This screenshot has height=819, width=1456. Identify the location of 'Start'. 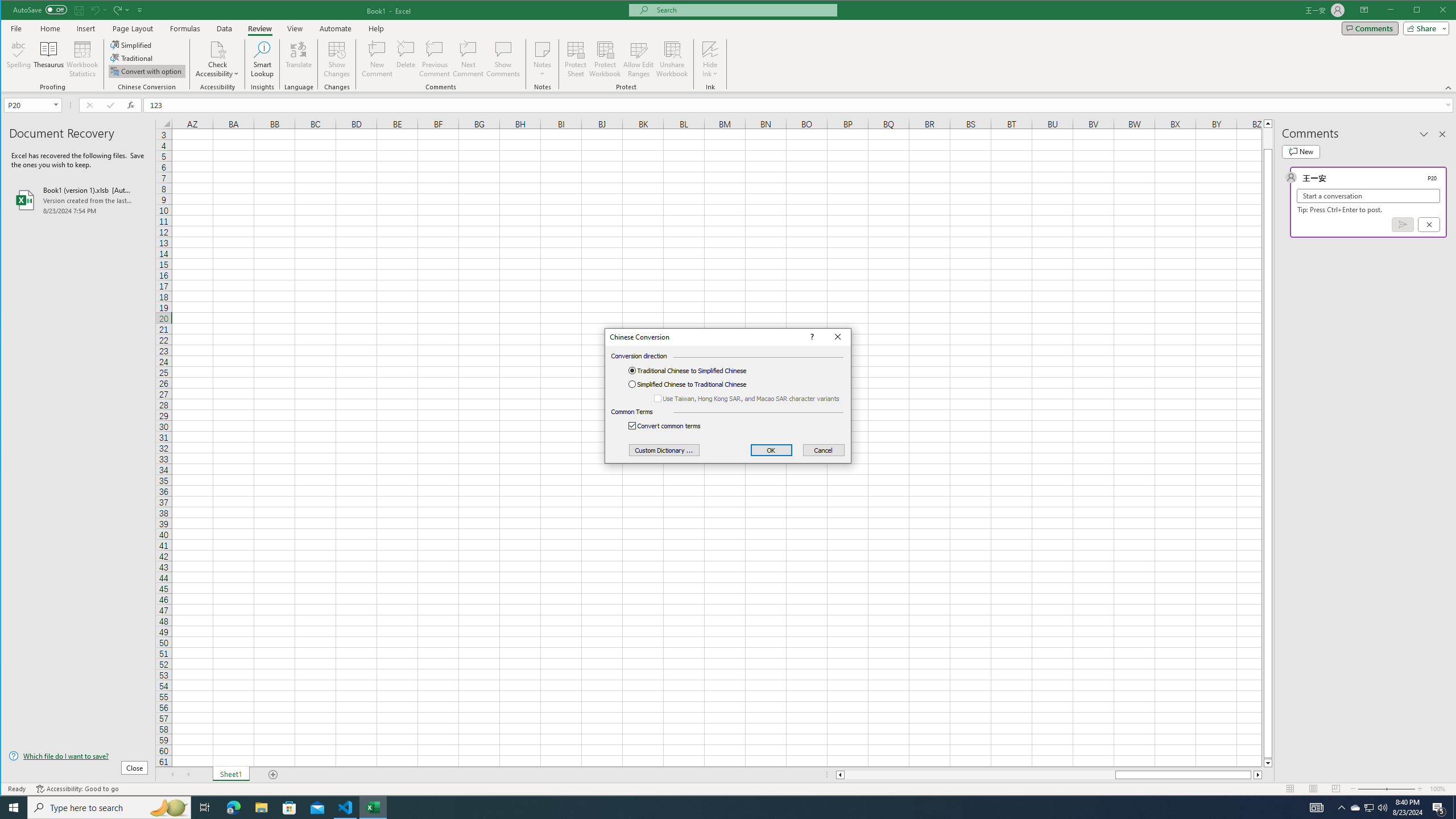
(14, 806).